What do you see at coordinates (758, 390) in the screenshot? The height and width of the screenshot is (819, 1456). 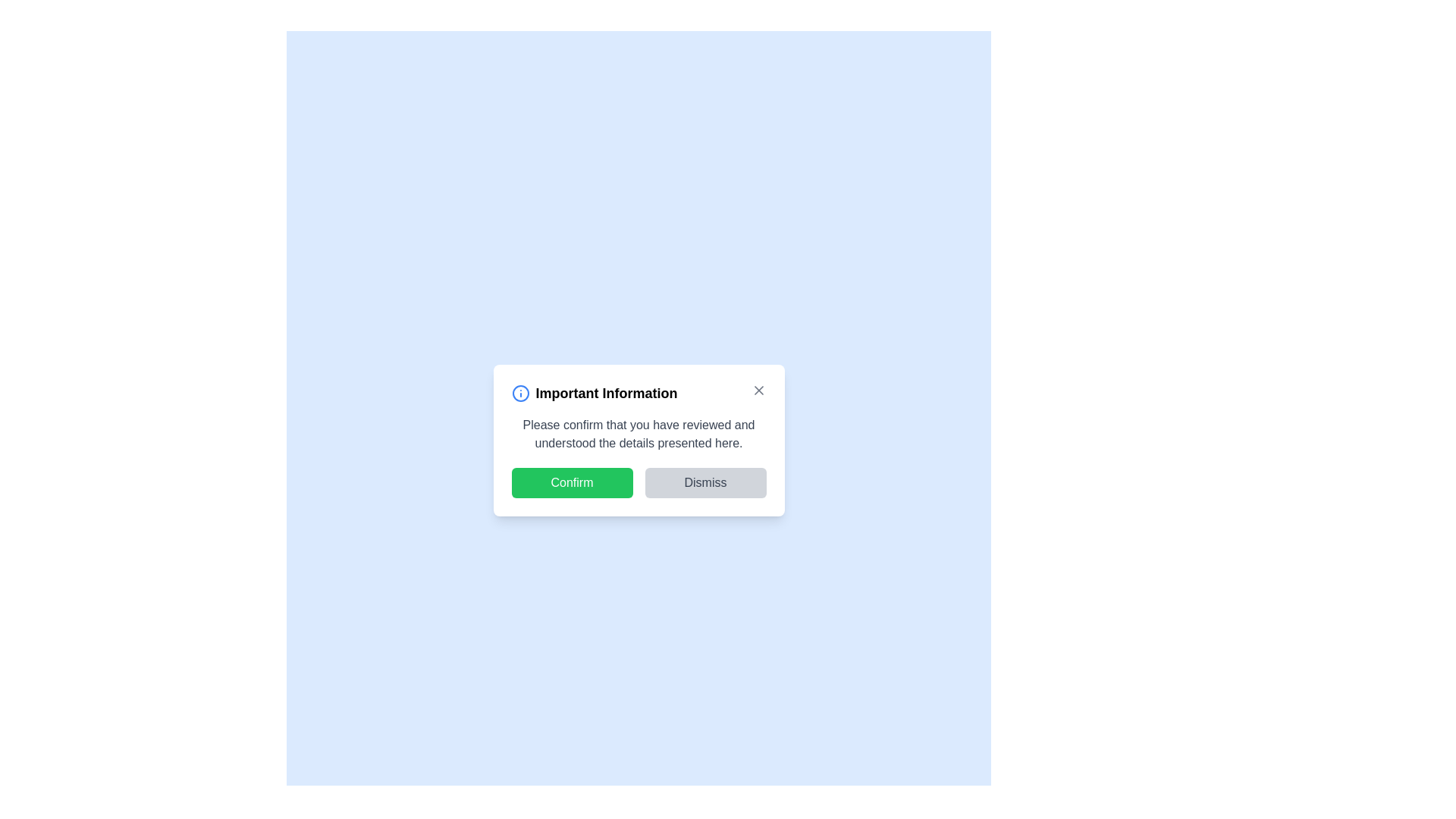 I see `the dismissal button located in the top-right corner of the modal header` at bounding box center [758, 390].